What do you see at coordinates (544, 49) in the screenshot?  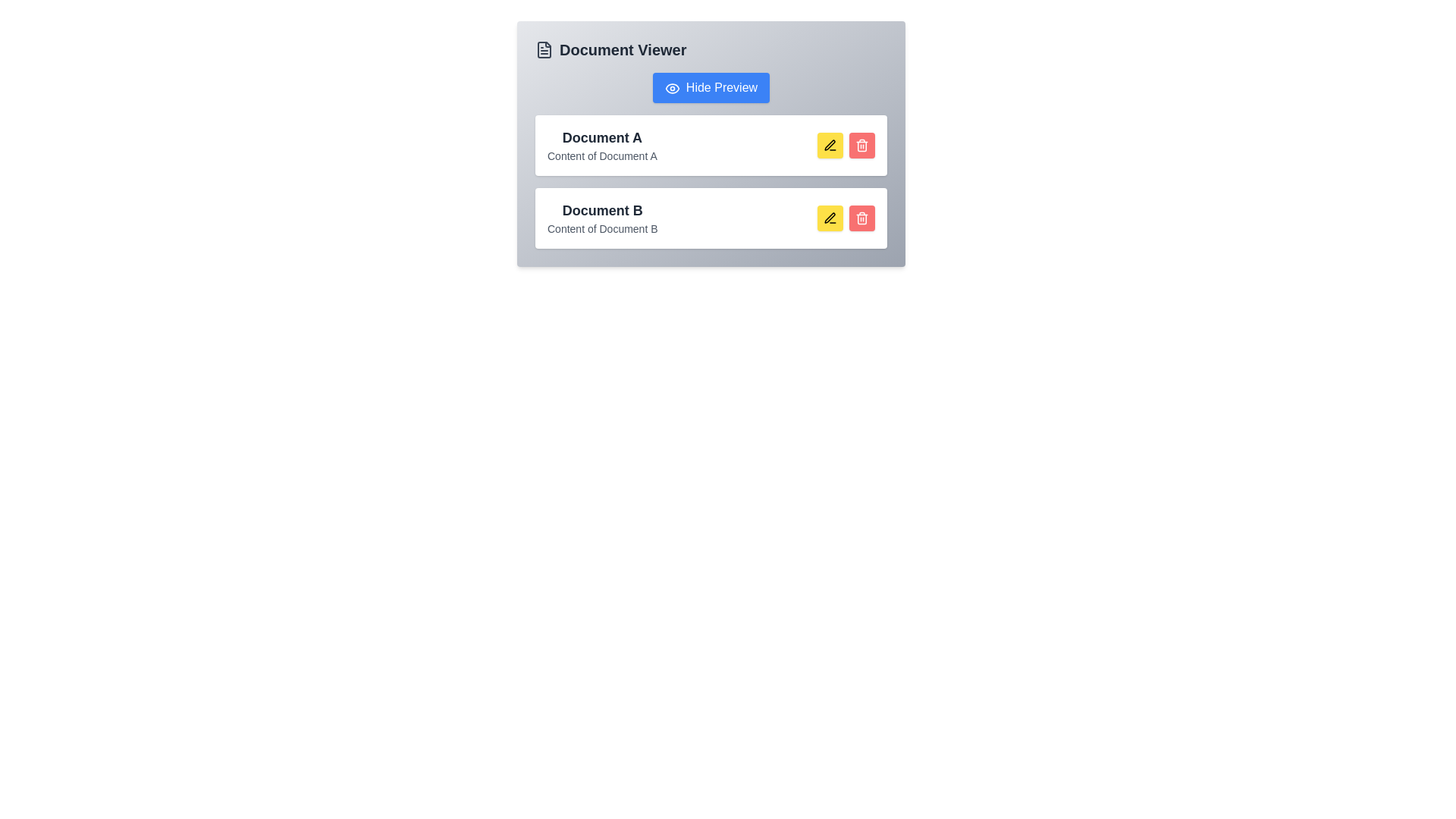 I see `the decorative document icon located in the 'Document Viewer' section, which precedes the title 'Document Viewer'` at bounding box center [544, 49].